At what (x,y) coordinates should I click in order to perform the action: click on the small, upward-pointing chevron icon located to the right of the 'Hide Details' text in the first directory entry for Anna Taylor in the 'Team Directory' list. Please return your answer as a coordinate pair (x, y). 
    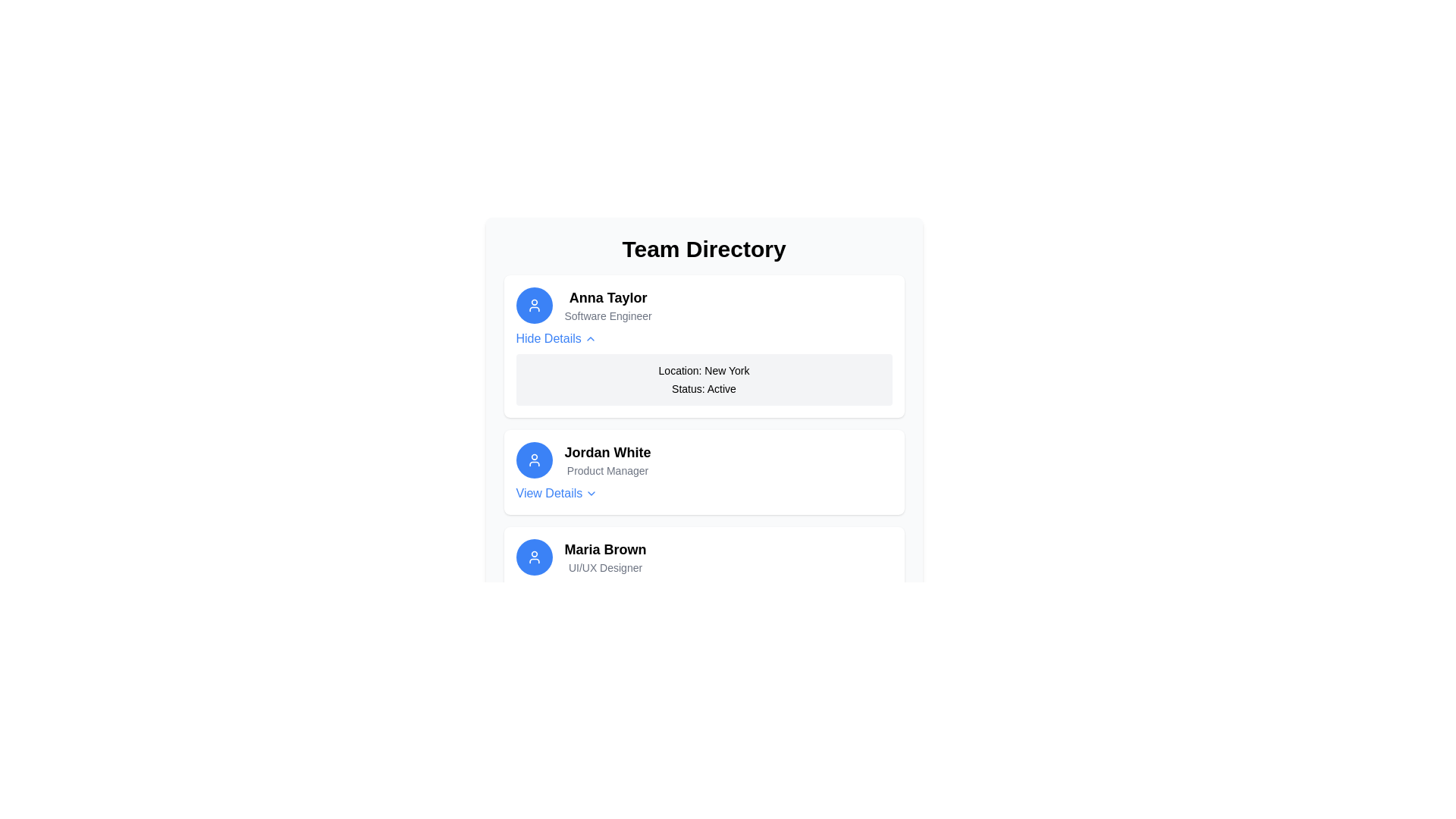
    Looking at the image, I should click on (589, 338).